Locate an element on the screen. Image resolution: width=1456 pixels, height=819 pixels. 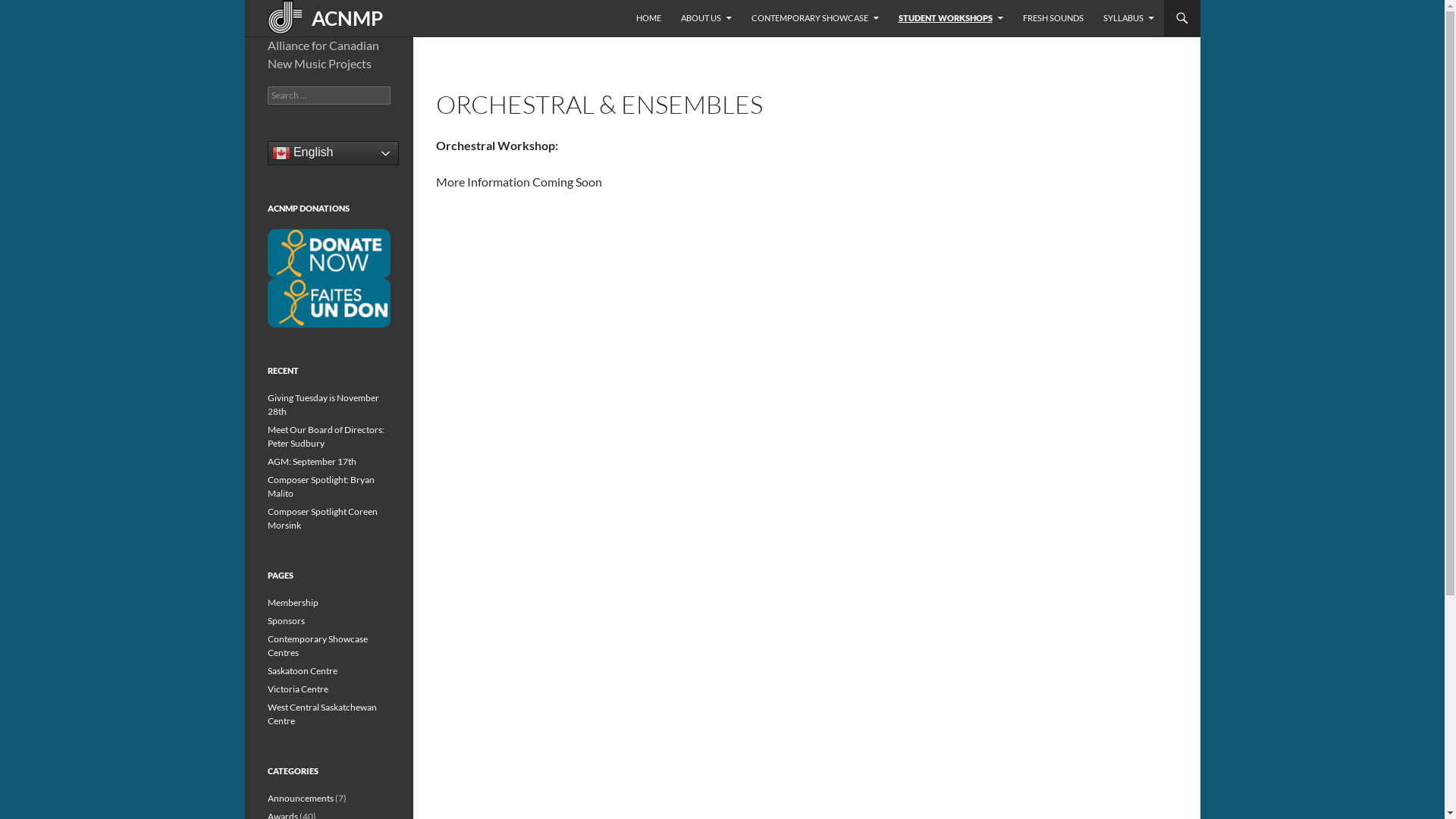
'West Central Saskatchewan Centre' is located at coordinates (320, 714).